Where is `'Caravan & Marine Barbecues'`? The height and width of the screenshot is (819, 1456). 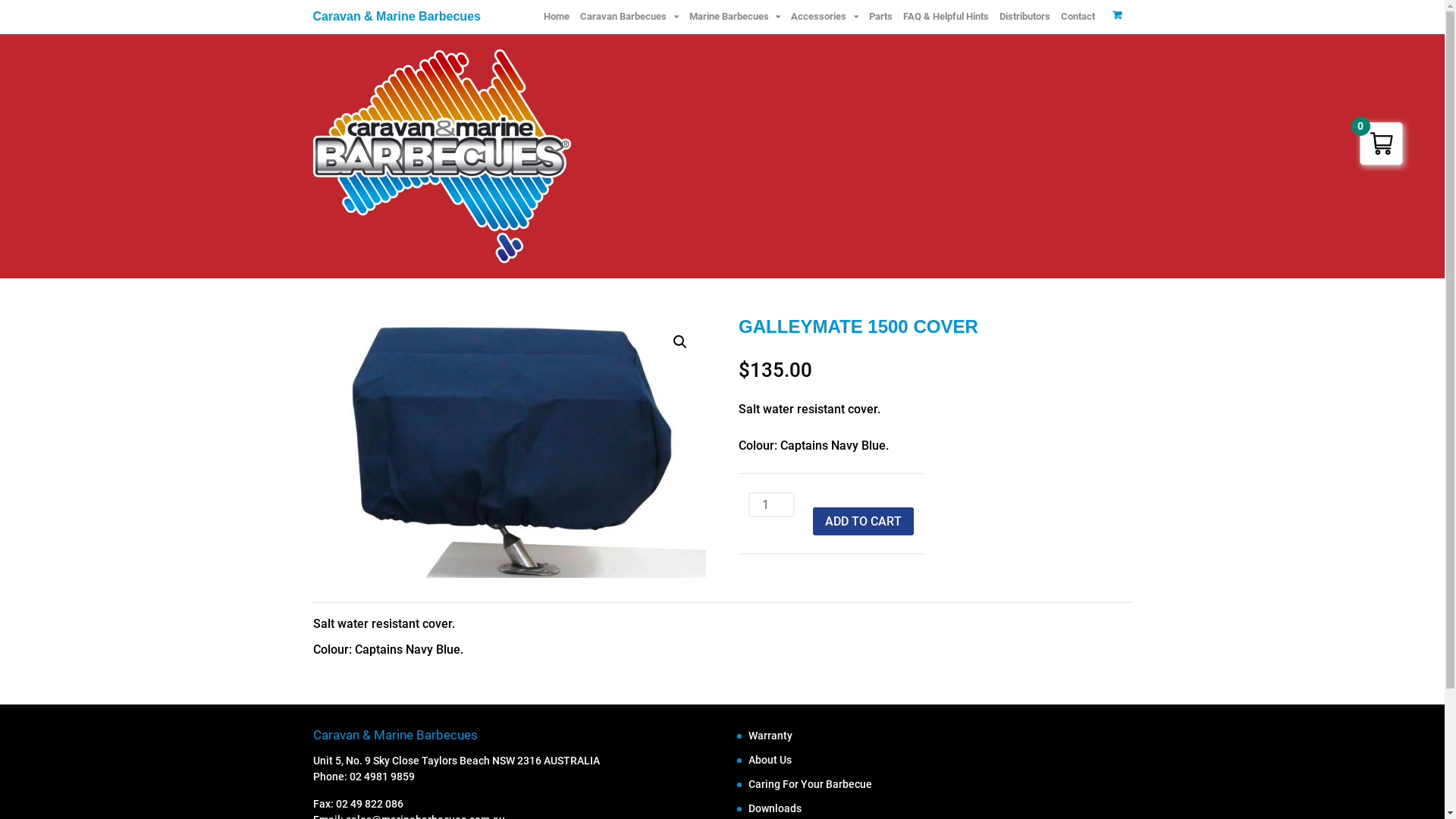 'Caravan & Marine Barbecues' is located at coordinates (396, 16).